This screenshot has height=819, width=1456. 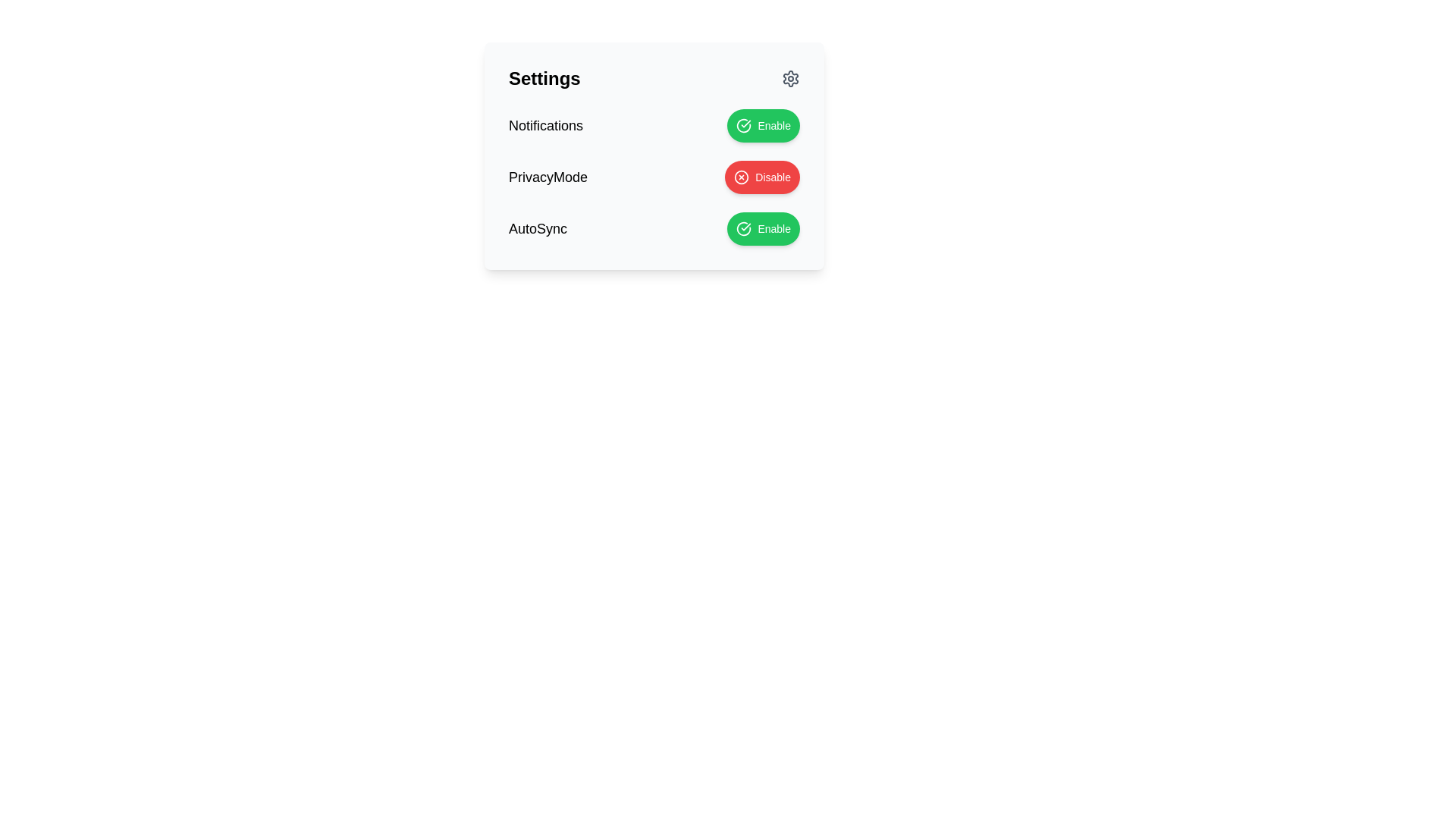 What do you see at coordinates (789, 79) in the screenshot?
I see `the gear-shaped icon associated with settings functions located at the top right corner of the settings panel` at bounding box center [789, 79].